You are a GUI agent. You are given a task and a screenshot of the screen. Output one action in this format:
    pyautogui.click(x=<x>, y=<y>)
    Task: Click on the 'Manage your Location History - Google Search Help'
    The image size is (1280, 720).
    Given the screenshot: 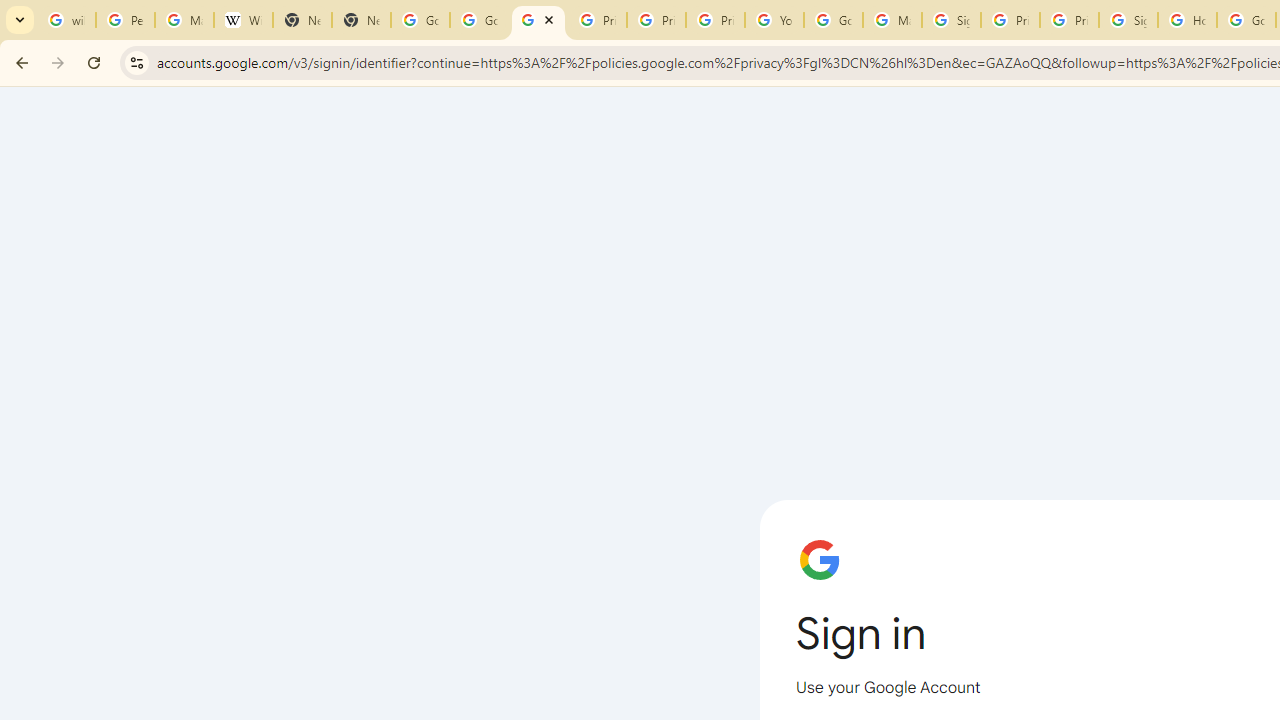 What is the action you would take?
    pyautogui.click(x=184, y=20)
    